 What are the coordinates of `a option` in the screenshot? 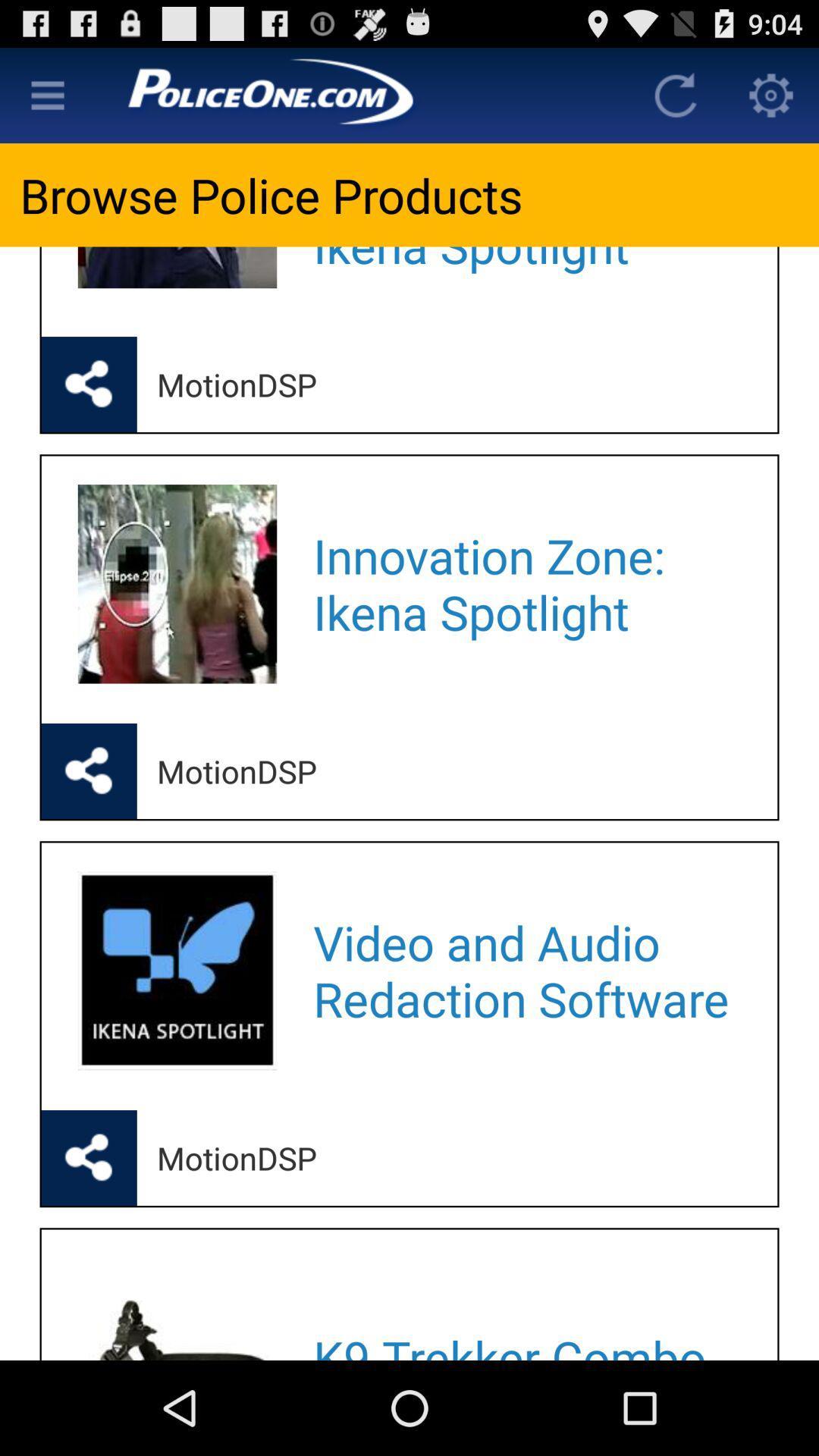 It's located at (46, 94).